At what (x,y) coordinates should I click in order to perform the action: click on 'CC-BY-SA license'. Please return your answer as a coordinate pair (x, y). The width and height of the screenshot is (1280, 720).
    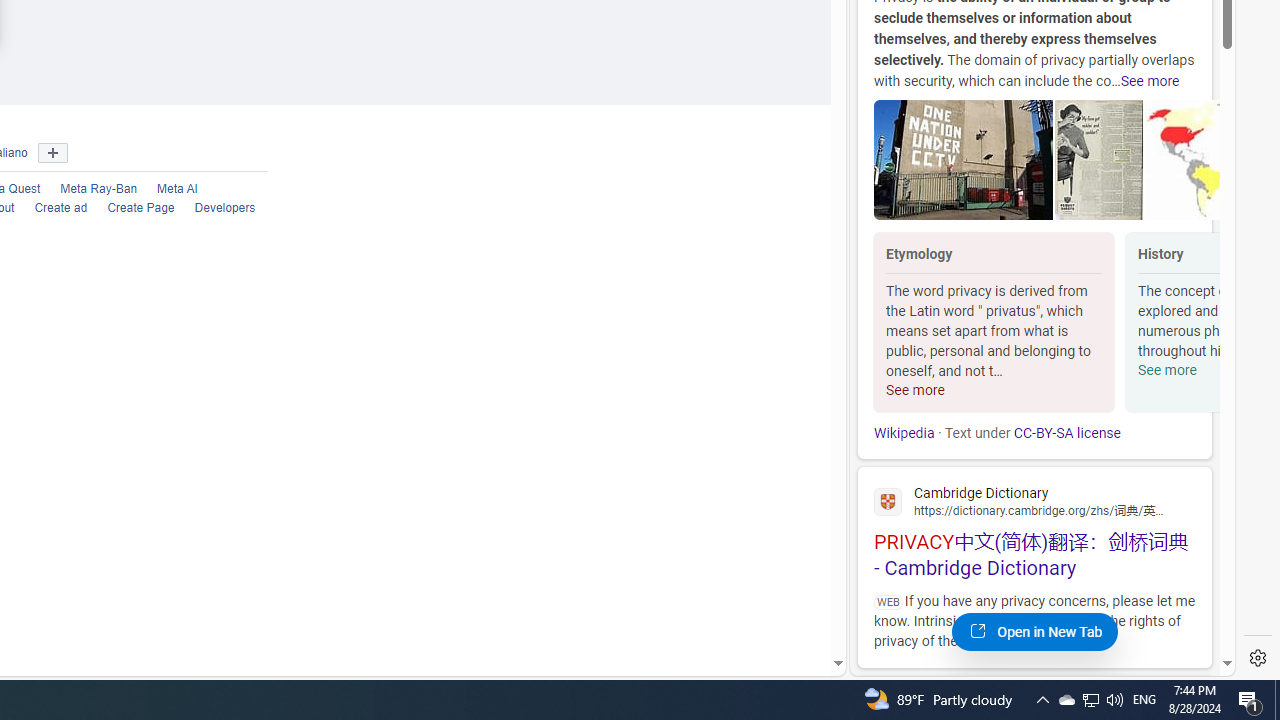
    Looking at the image, I should click on (1065, 432).